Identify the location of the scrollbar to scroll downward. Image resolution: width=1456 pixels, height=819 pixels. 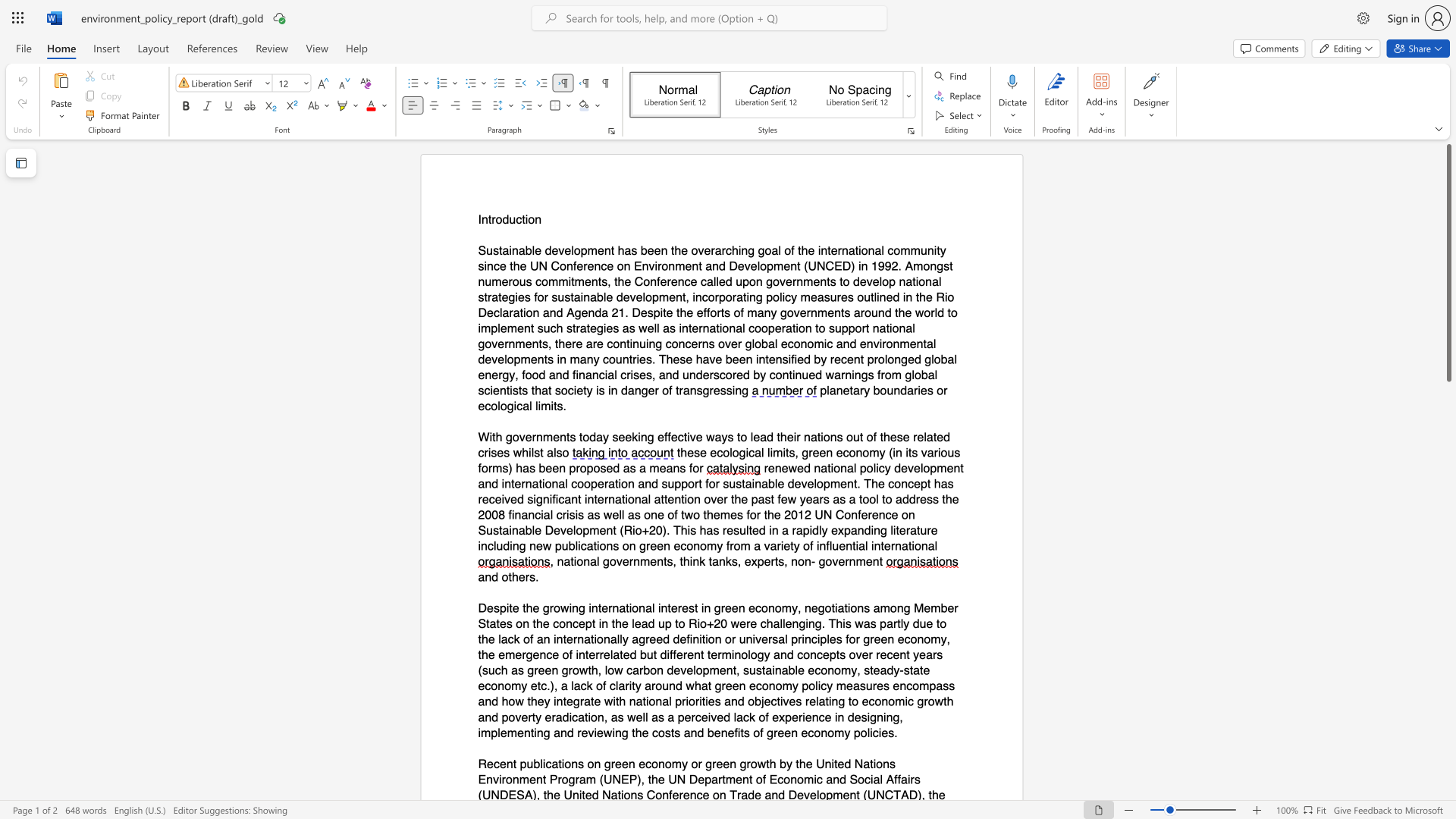
(1448, 476).